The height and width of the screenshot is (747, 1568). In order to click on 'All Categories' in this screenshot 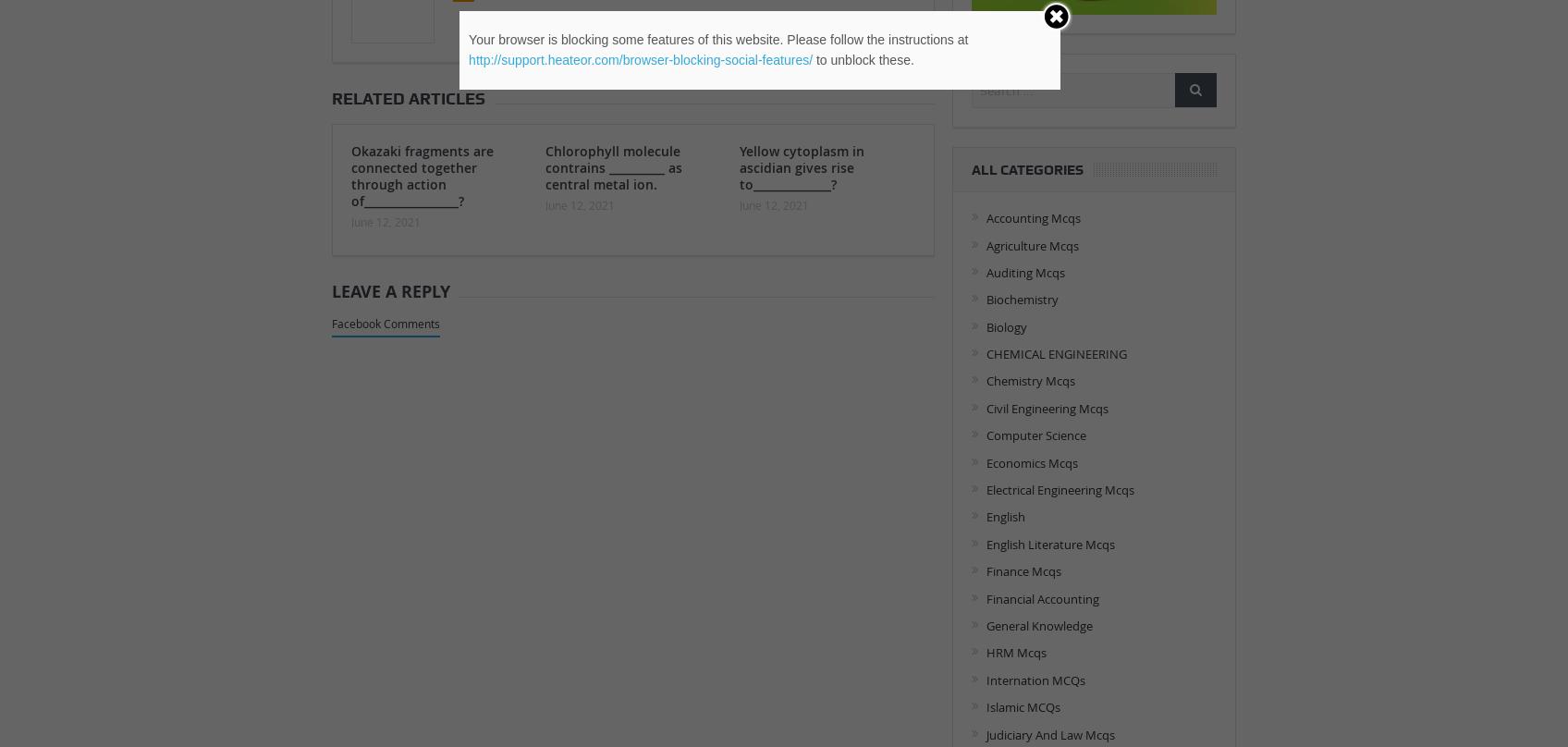, I will do `click(1026, 168)`.